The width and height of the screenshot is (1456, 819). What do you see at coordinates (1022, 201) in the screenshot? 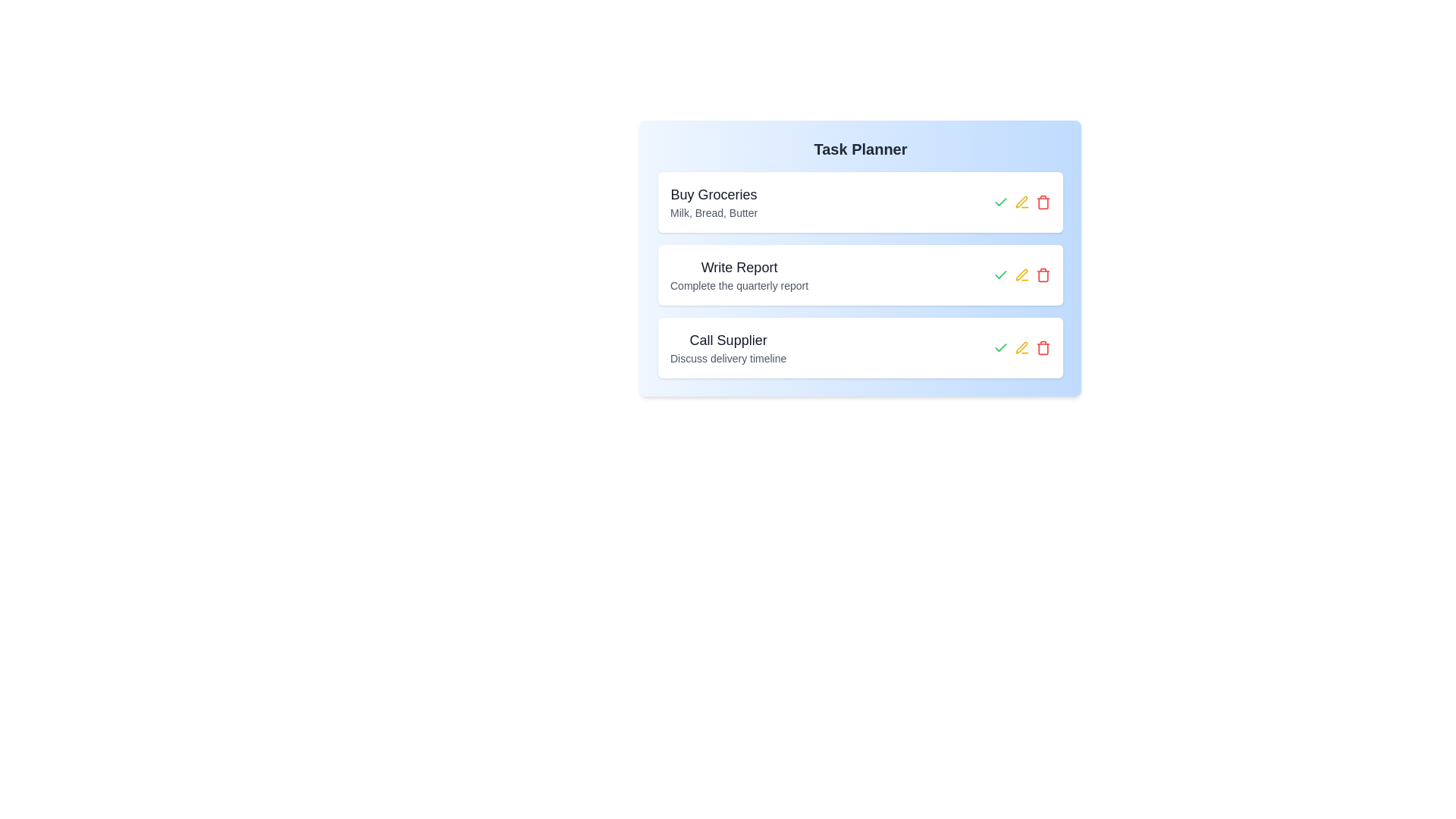
I see `the edit button for the task Buy Groceries` at bounding box center [1022, 201].